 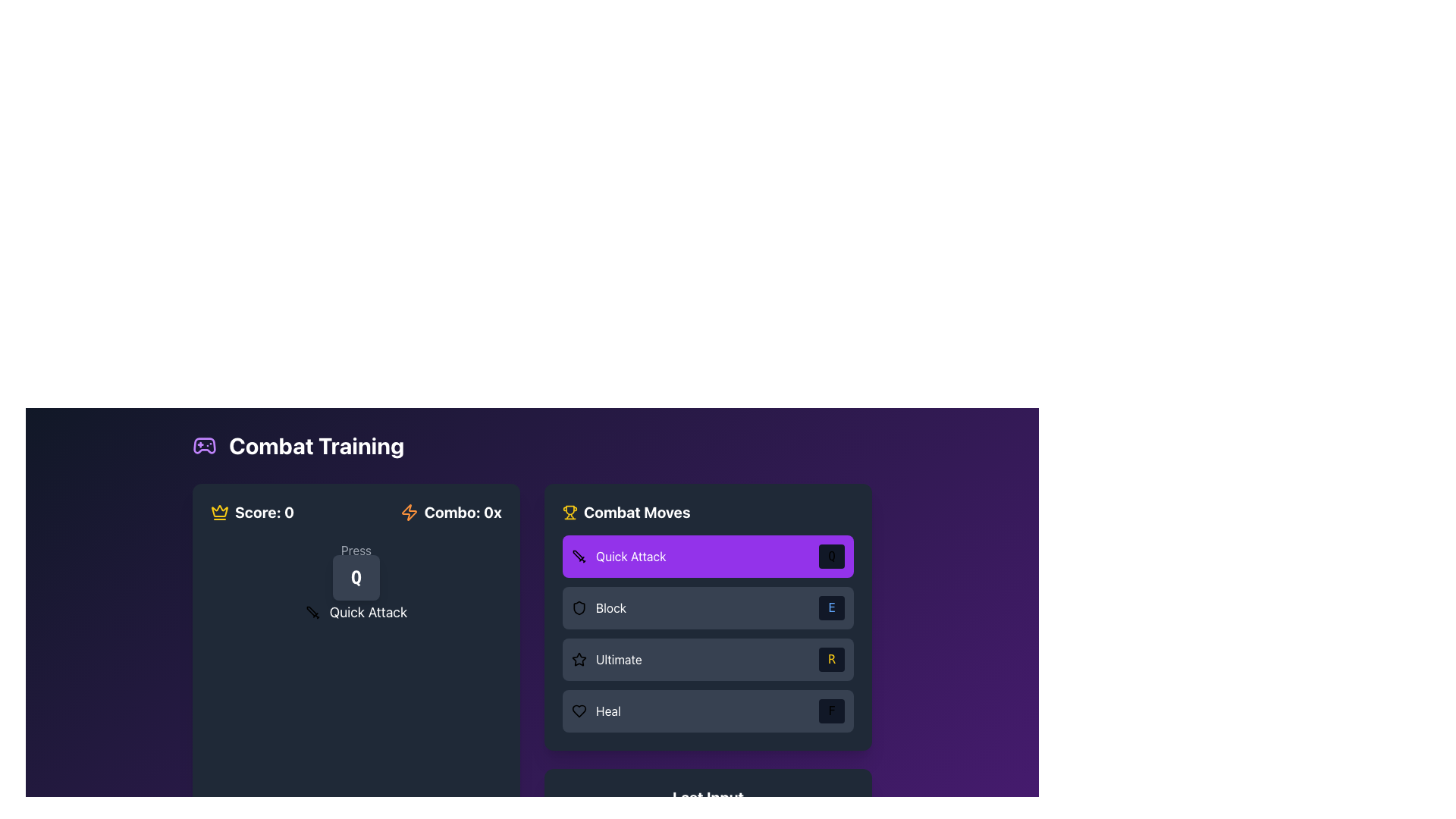 What do you see at coordinates (356, 565) in the screenshot?
I see `the Keybinding Indicator for 'Quick Attack', which visually indicates the key 'Q' to press for the action. This element is located in the center of the left section of the interface, above the text 'Quick Attack'` at bounding box center [356, 565].